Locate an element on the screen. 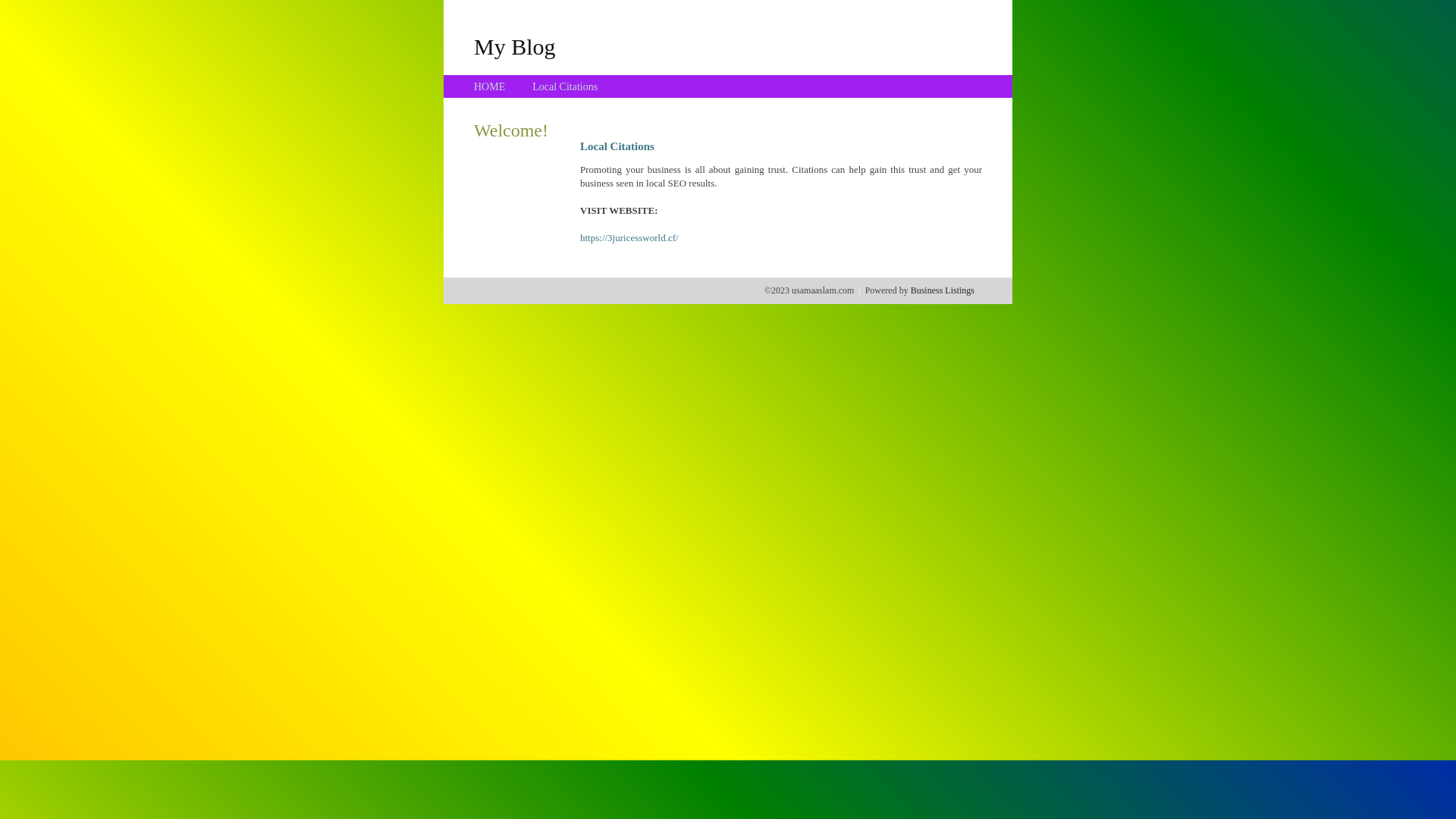 The image size is (1456, 819). 'Business Listings' is located at coordinates (910, 290).